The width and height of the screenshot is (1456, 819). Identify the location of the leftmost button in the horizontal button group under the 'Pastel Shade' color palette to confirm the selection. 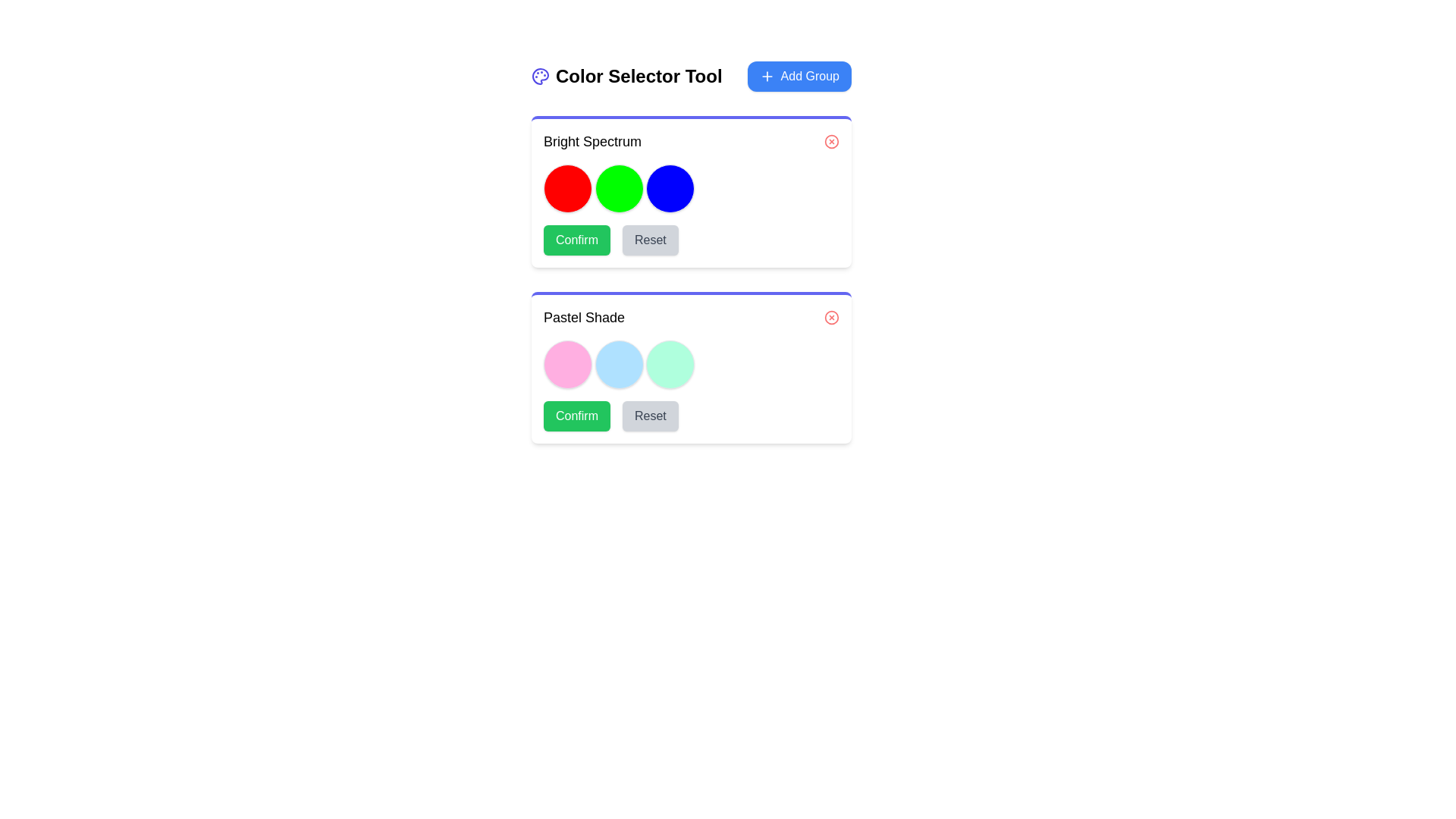
(576, 416).